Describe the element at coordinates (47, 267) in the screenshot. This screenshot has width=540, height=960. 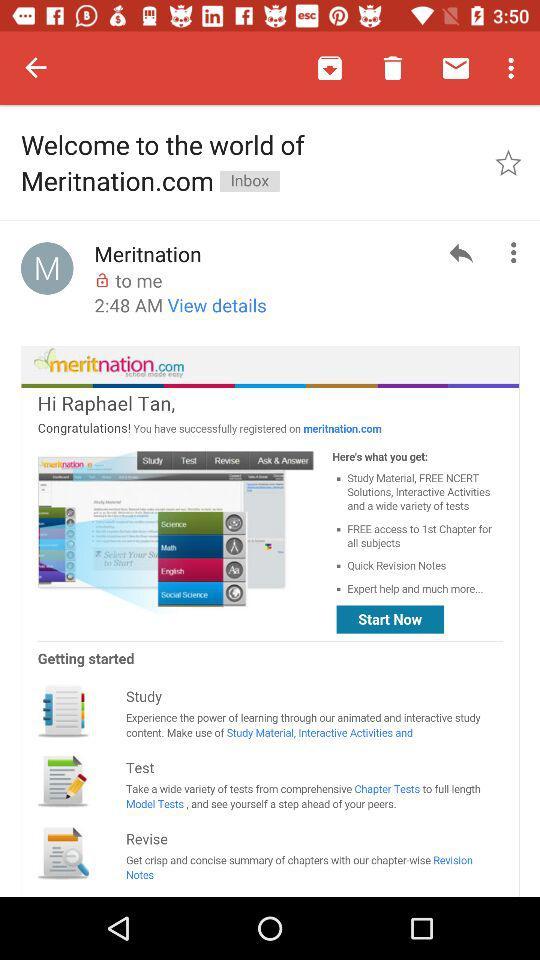
I see `icon left to meritnation` at that location.